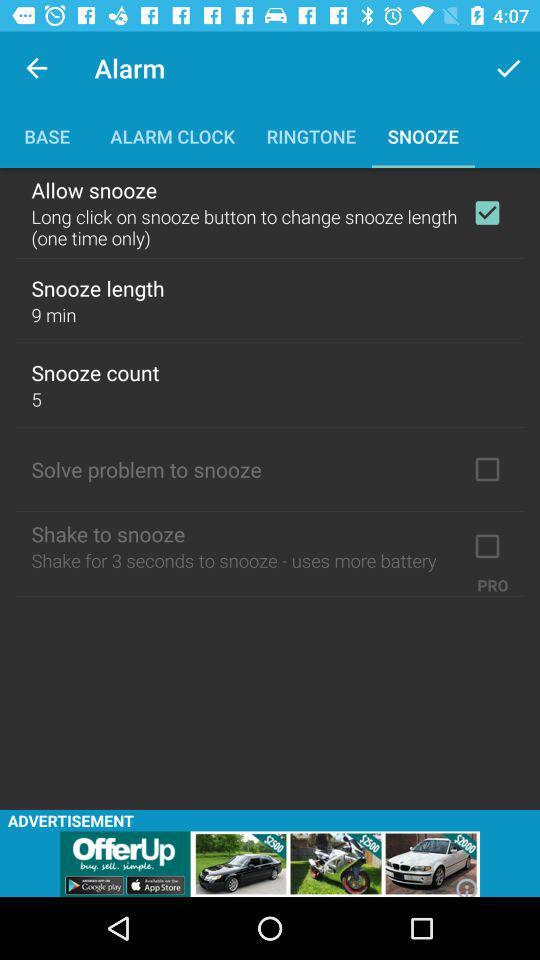  Describe the element at coordinates (486, 213) in the screenshot. I see `on or off` at that location.